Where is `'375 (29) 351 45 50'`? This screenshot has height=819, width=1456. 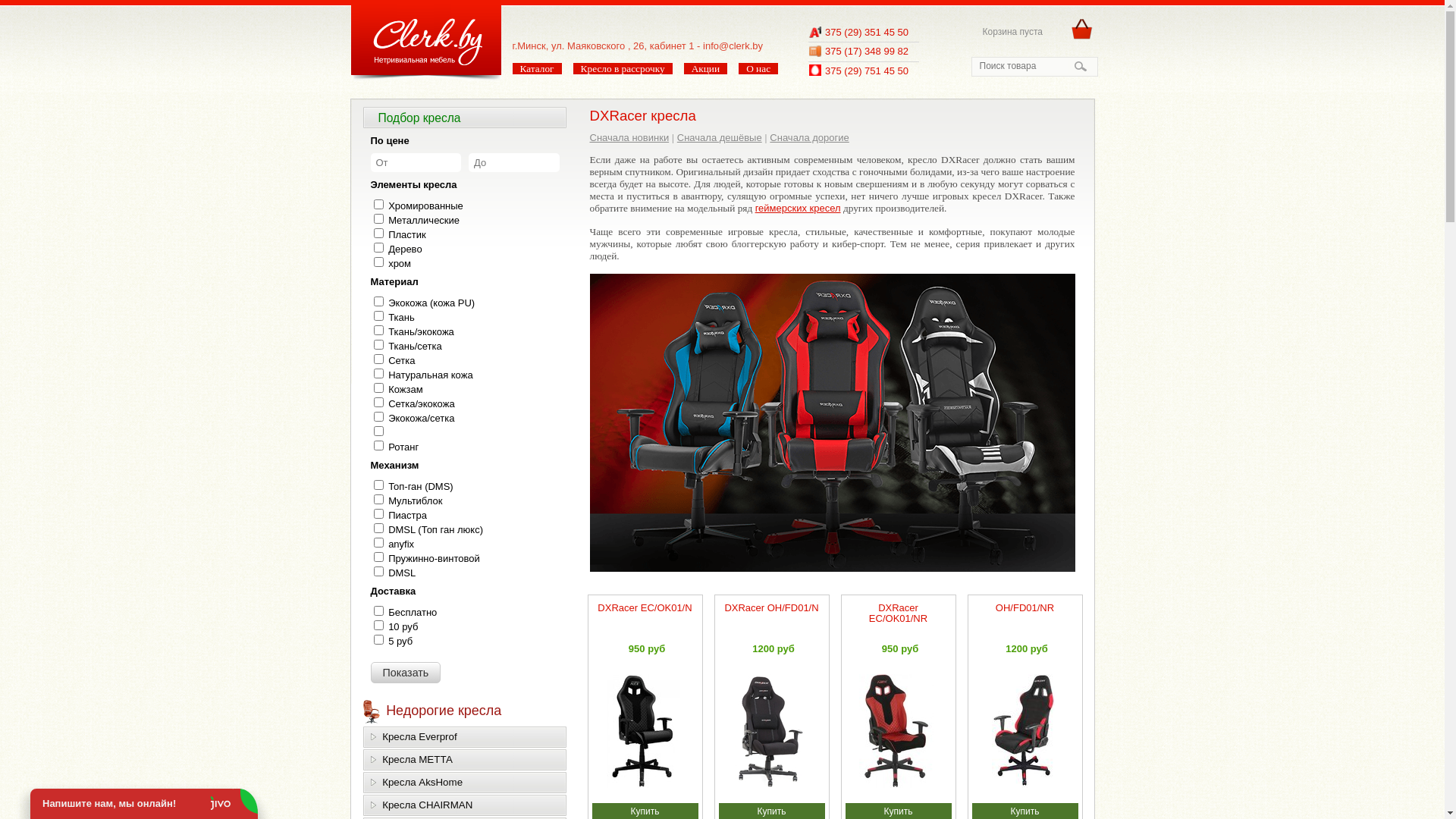
'375 (29) 351 45 50' is located at coordinates (866, 32).